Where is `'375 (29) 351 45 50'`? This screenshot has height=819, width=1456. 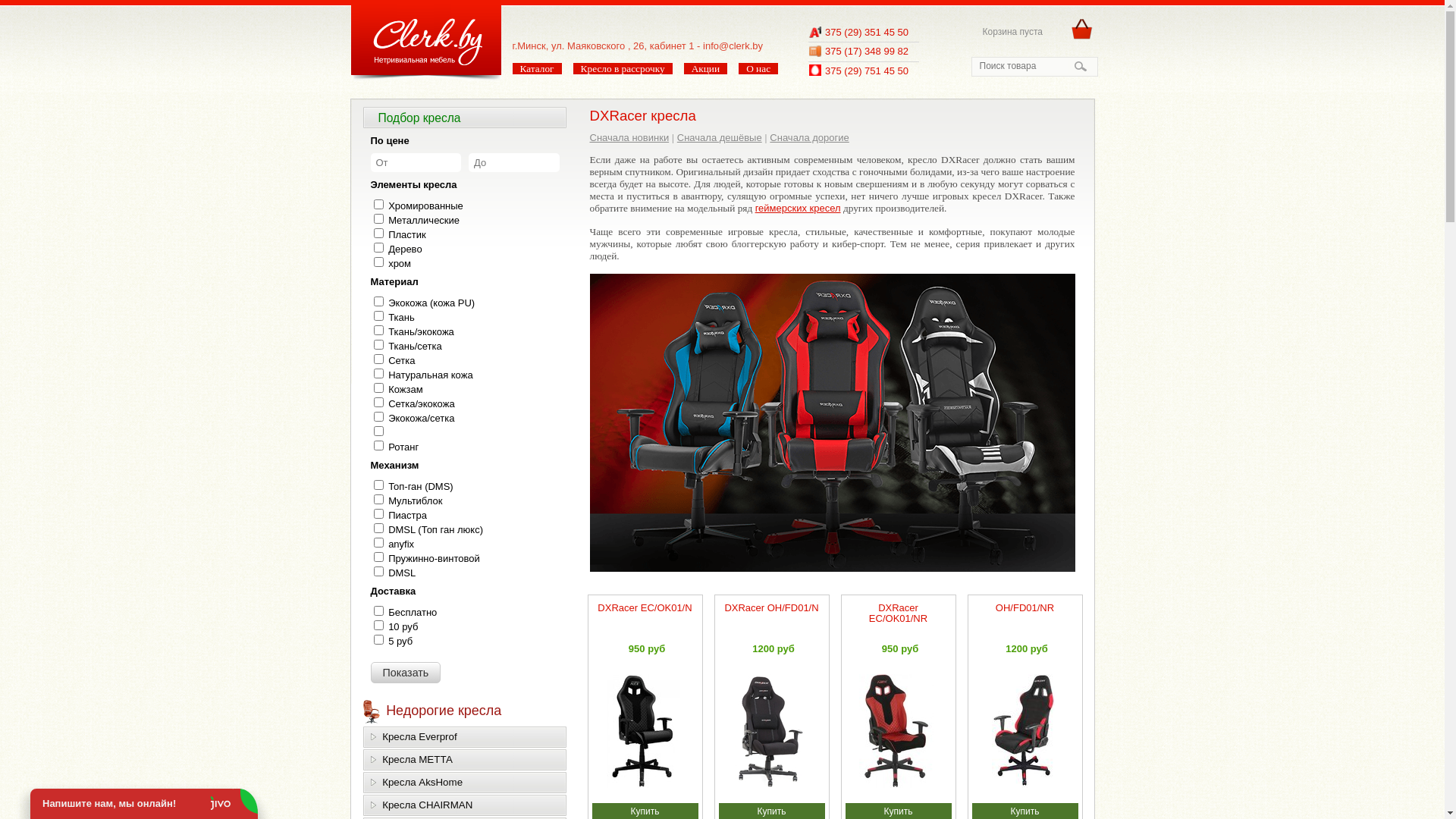
'375 (29) 351 45 50' is located at coordinates (866, 32).